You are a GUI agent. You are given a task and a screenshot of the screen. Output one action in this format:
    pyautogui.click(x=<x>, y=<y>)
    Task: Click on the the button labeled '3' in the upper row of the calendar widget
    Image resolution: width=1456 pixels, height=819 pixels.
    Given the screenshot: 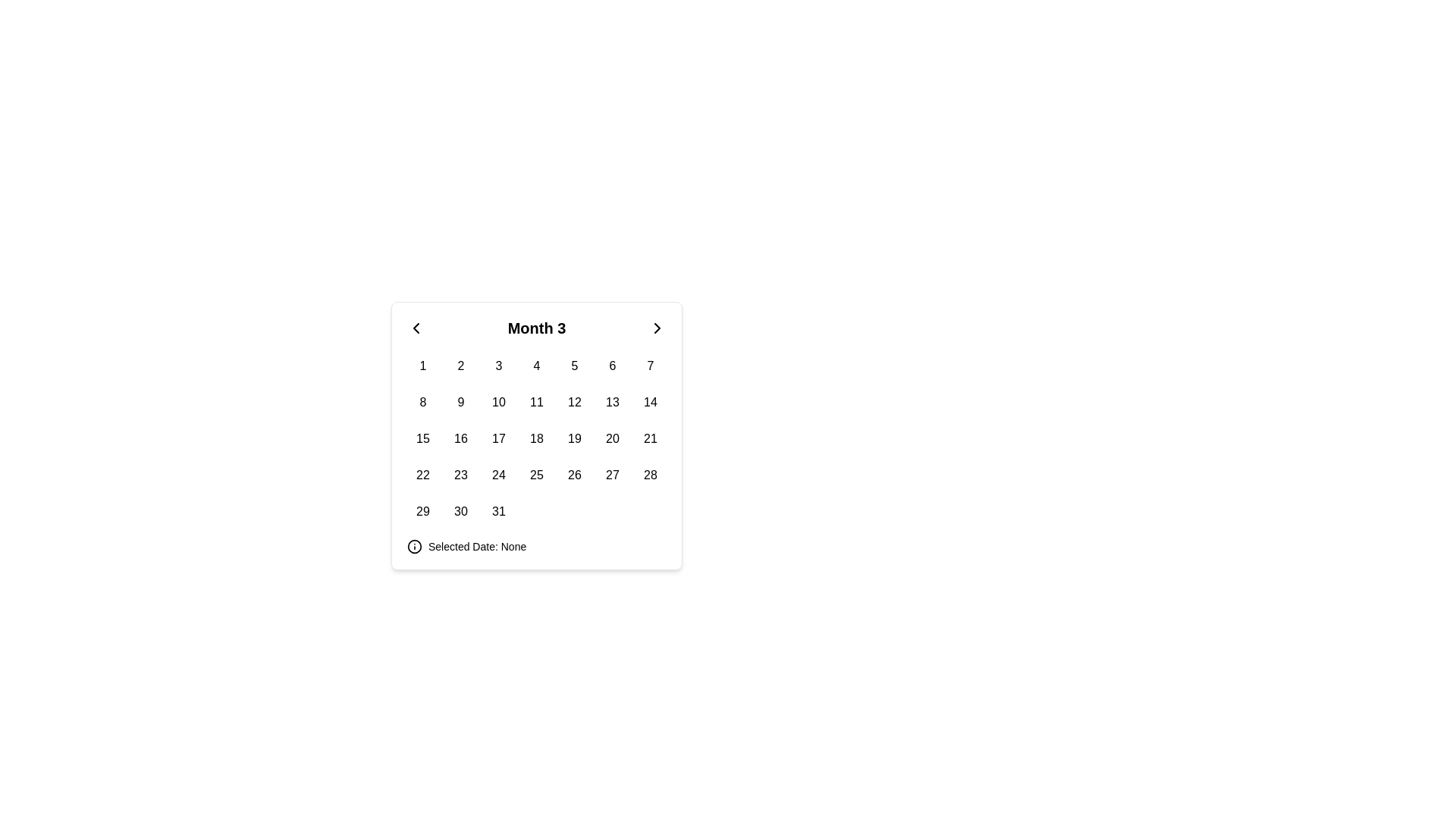 What is the action you would take?
    pyautogui.click(x=498, y=366)
    